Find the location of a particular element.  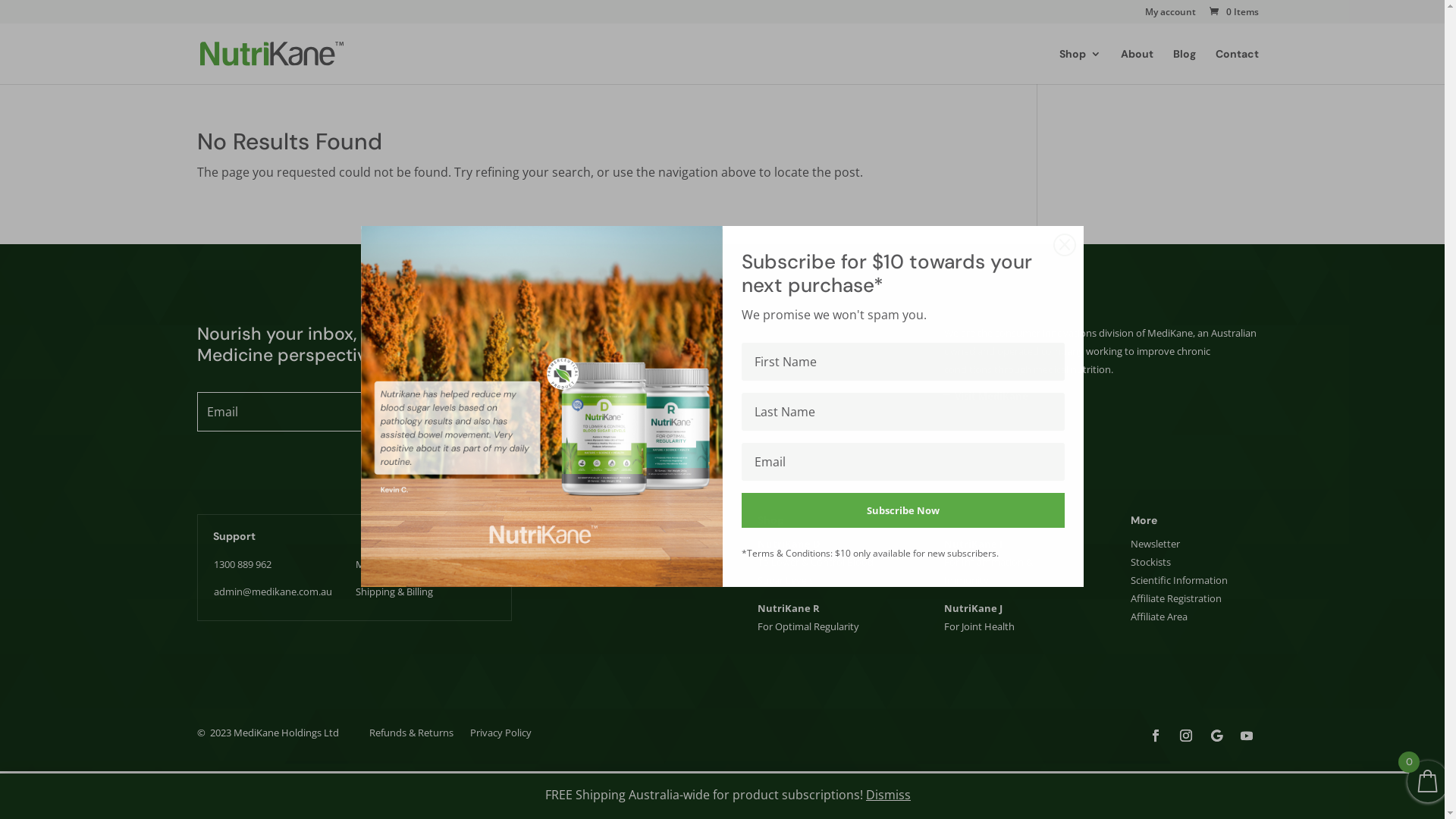

'Follow on Youtube' is located at coordinates (1246, 734).